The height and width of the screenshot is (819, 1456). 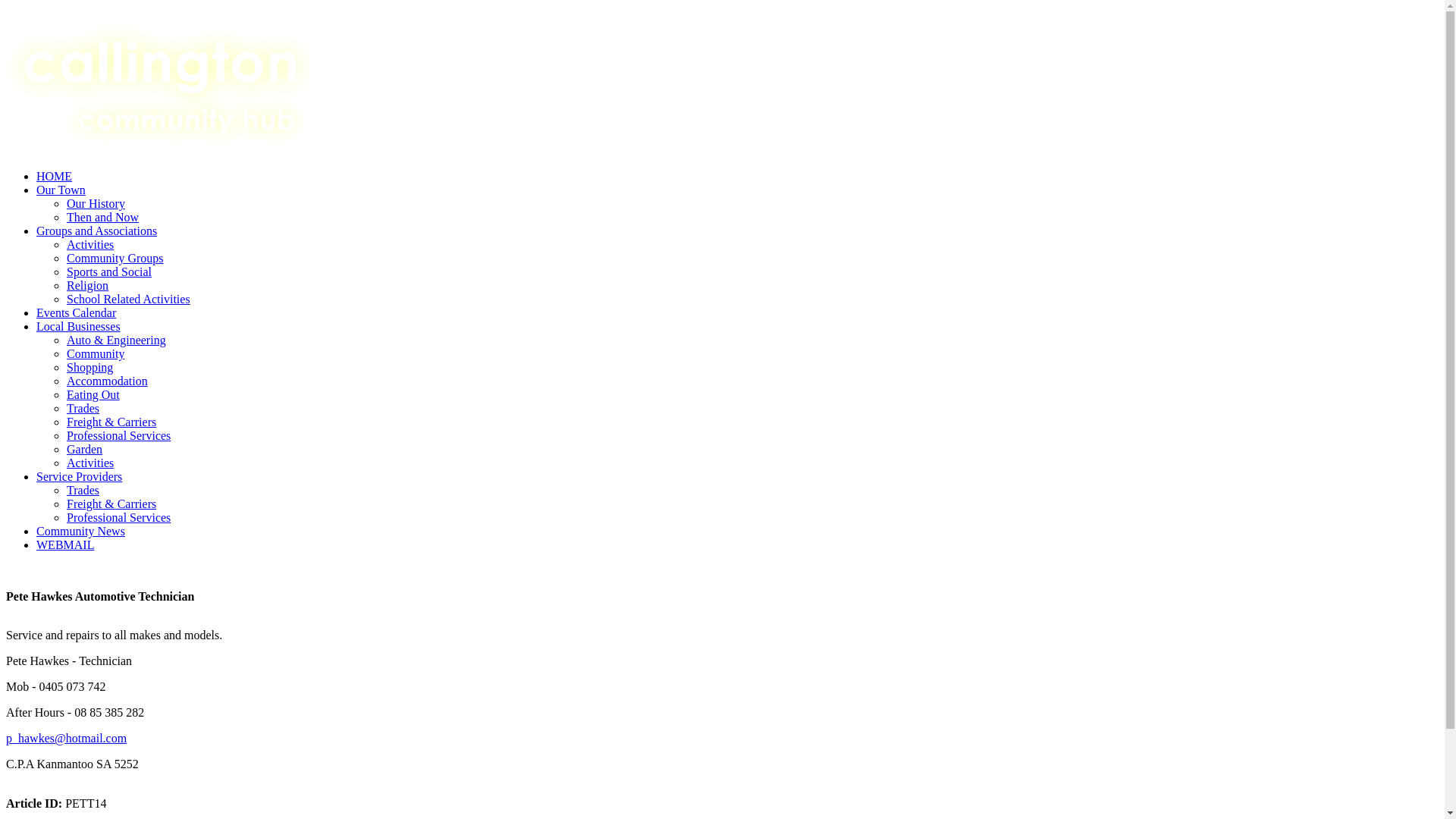 I want to click on 'Shopping', so click(x=89, y=367).